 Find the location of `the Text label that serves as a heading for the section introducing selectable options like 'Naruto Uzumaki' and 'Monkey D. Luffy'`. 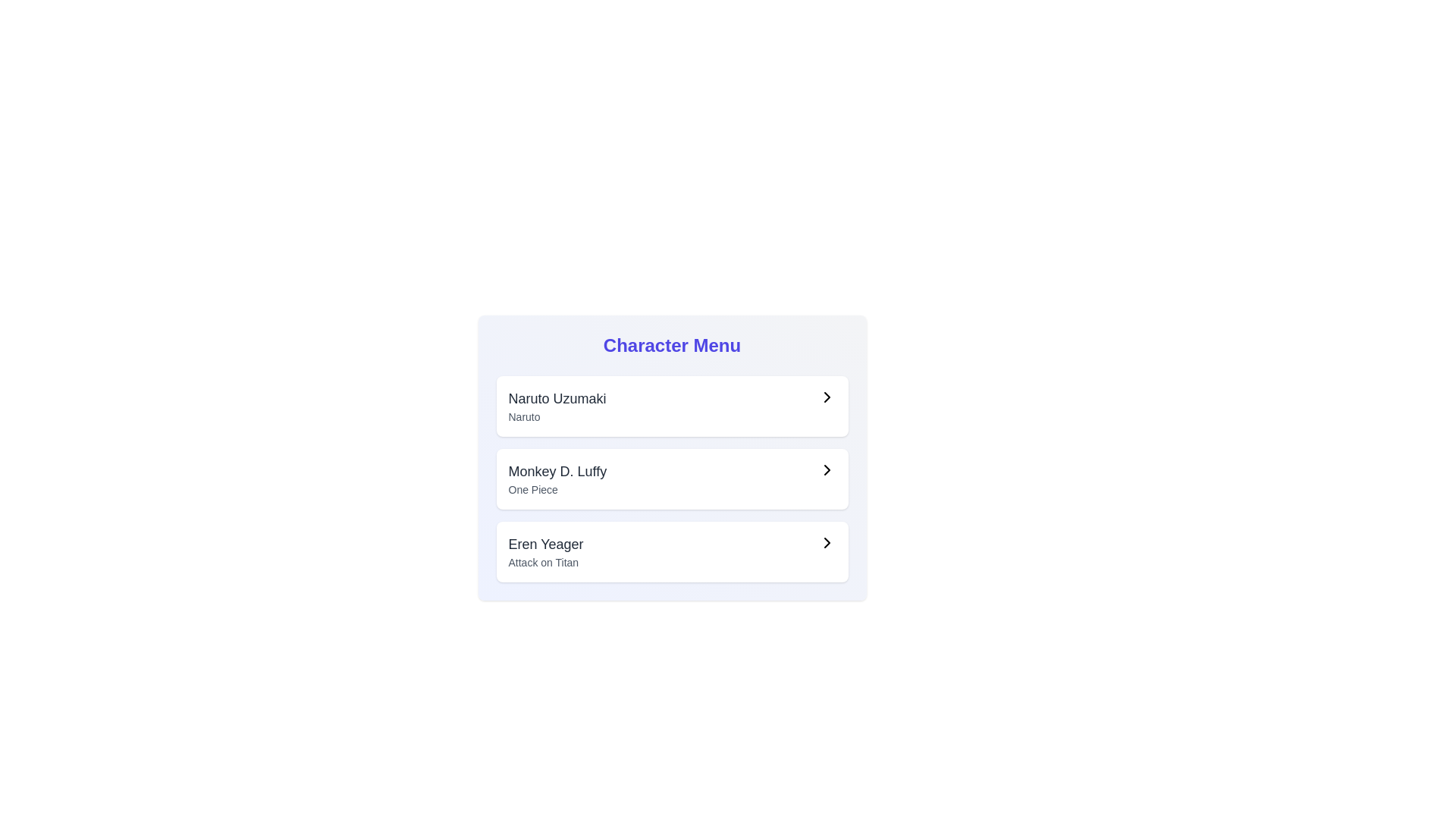

the Text label that serves as a heading for the section introducing selectable options like 'Naruto Uzumaki' and 'Monkey D. Luffy' is located at coordinates (671, 345).